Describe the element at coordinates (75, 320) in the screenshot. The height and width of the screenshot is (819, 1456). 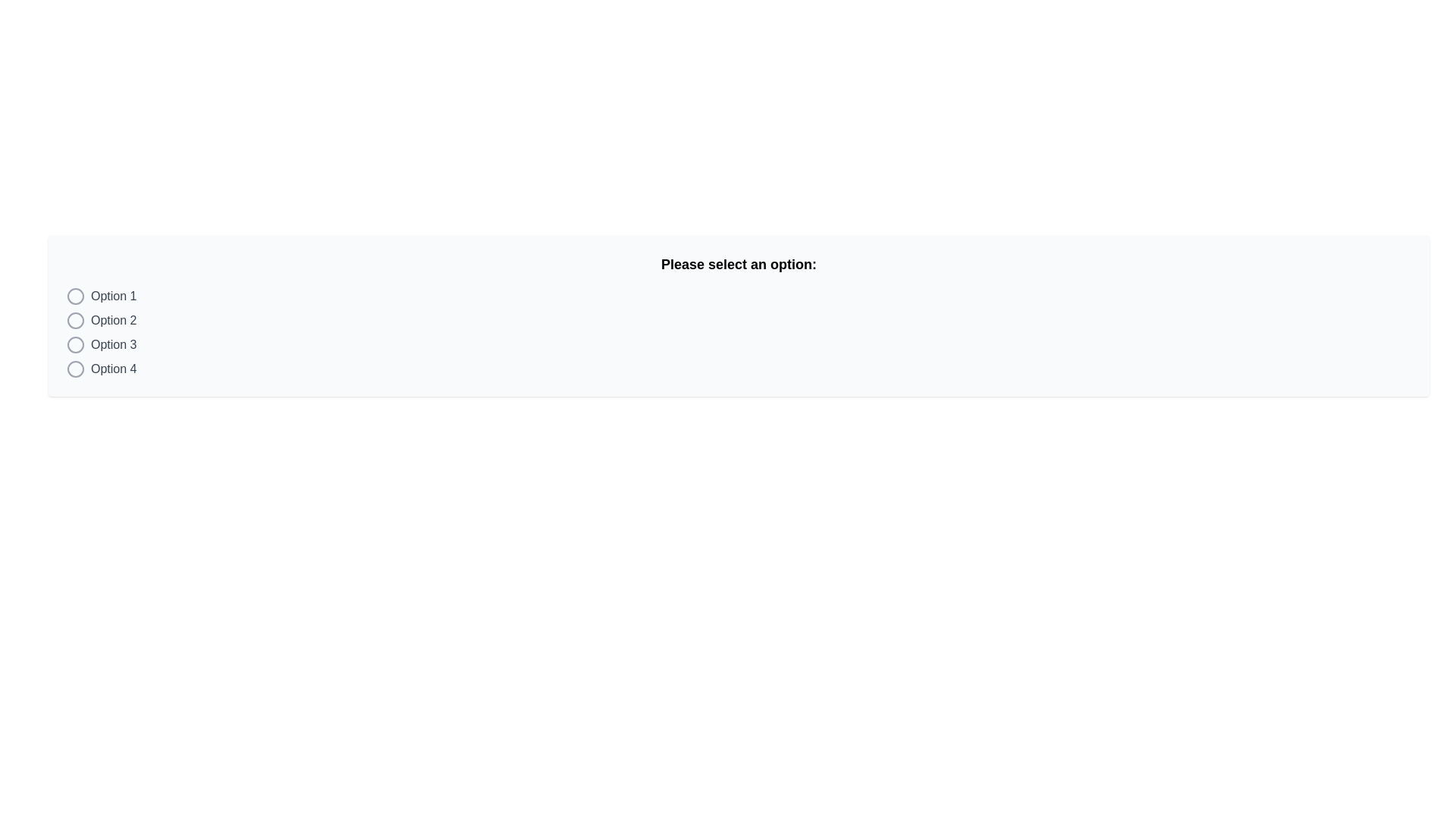
I see `the active radio button for 'Option 2' to deselect it` at that location.